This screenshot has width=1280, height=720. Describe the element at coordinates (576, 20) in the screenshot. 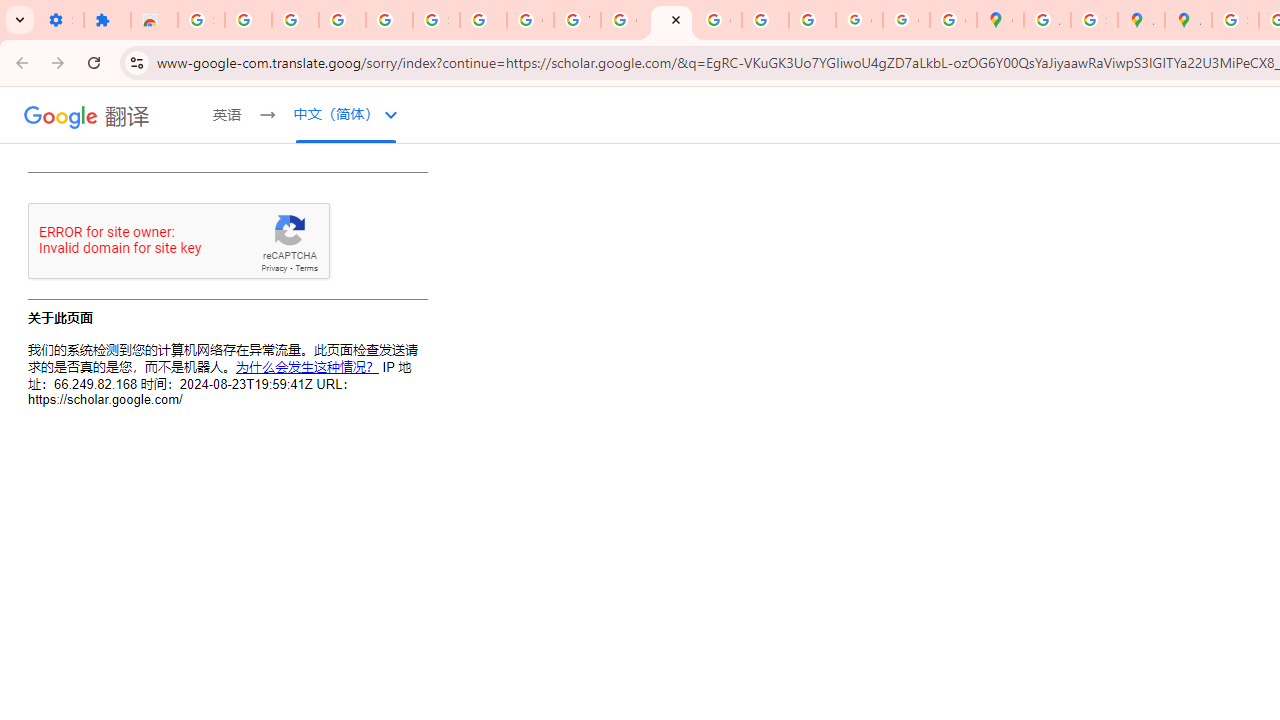

I see `'YouTube'` at that location.